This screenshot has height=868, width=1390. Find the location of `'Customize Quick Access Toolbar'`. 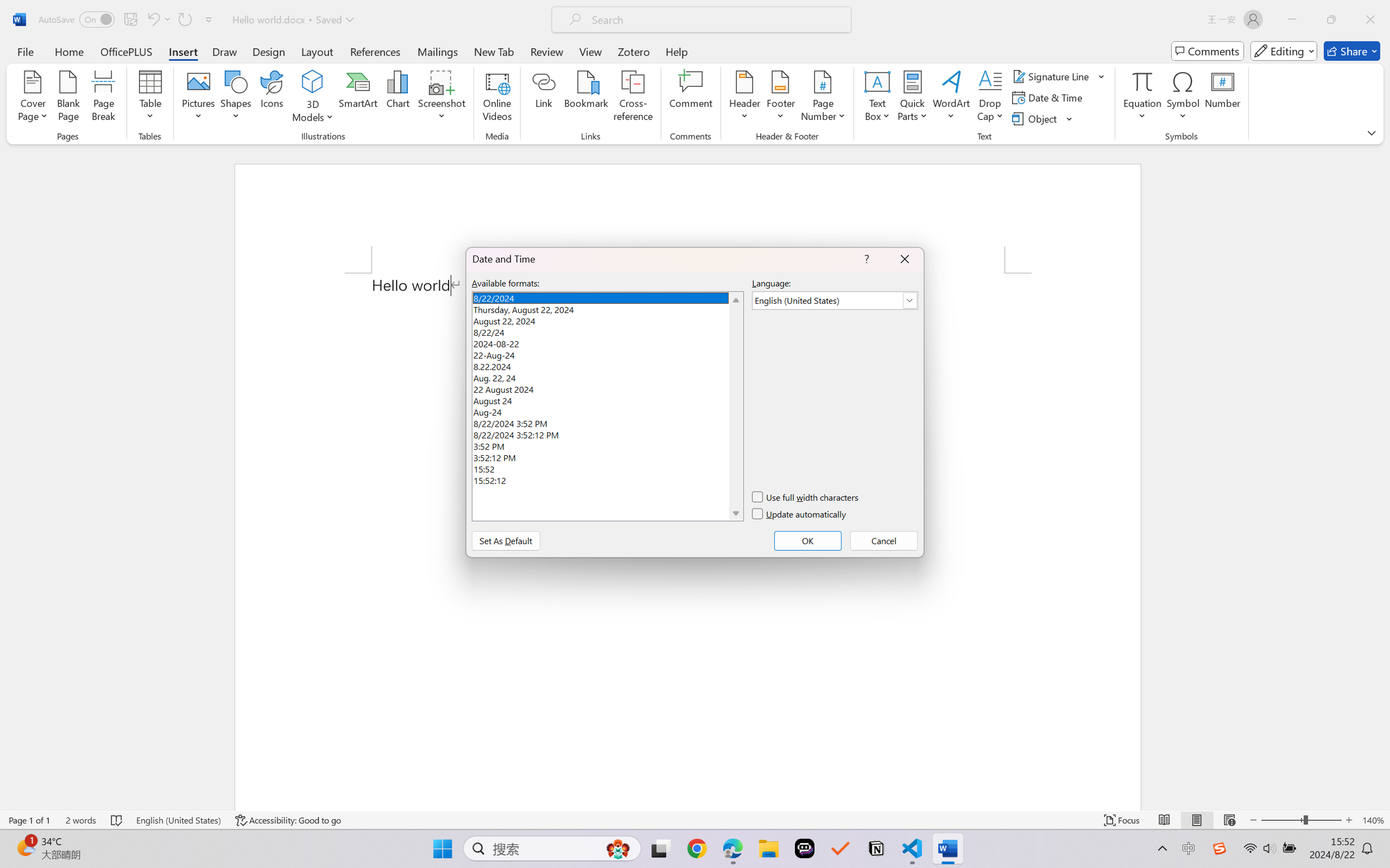

'Customize Quick Access Toolbar' is located at coordinates (208, 19).